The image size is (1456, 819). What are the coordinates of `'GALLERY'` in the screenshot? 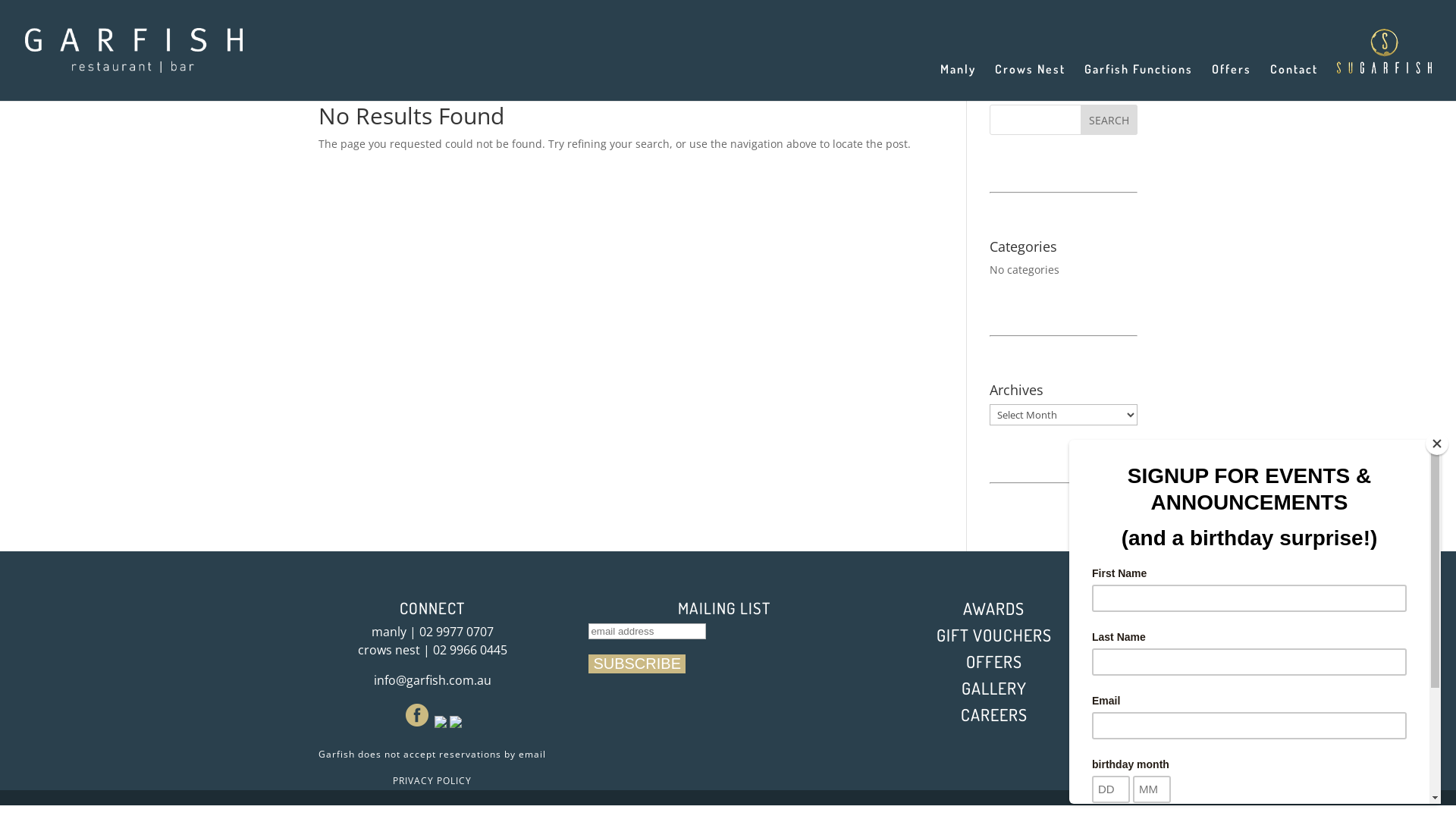 It's located at (960, 687).